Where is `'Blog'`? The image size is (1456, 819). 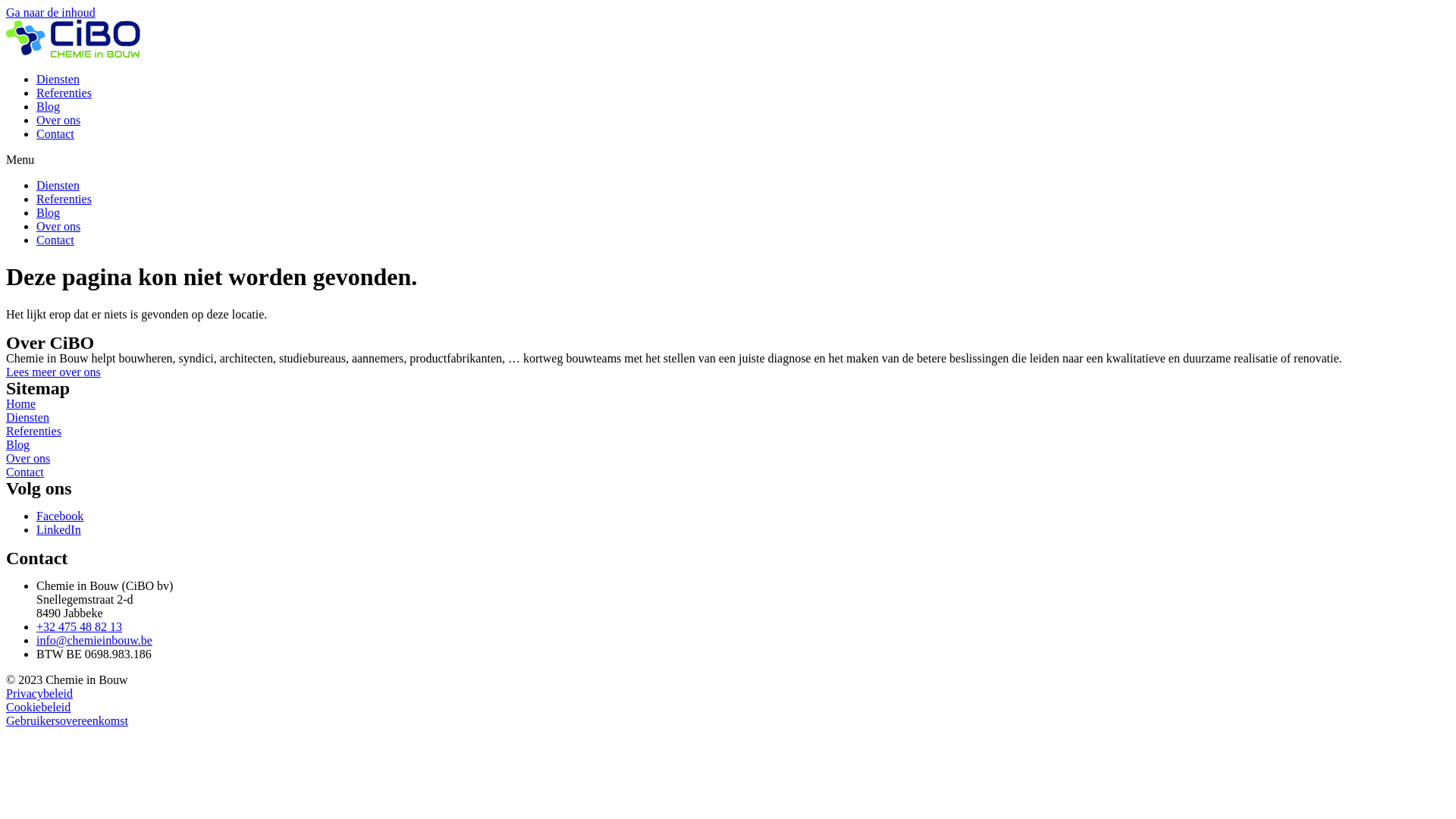
'Blog' is located at coordinates (48, 105).